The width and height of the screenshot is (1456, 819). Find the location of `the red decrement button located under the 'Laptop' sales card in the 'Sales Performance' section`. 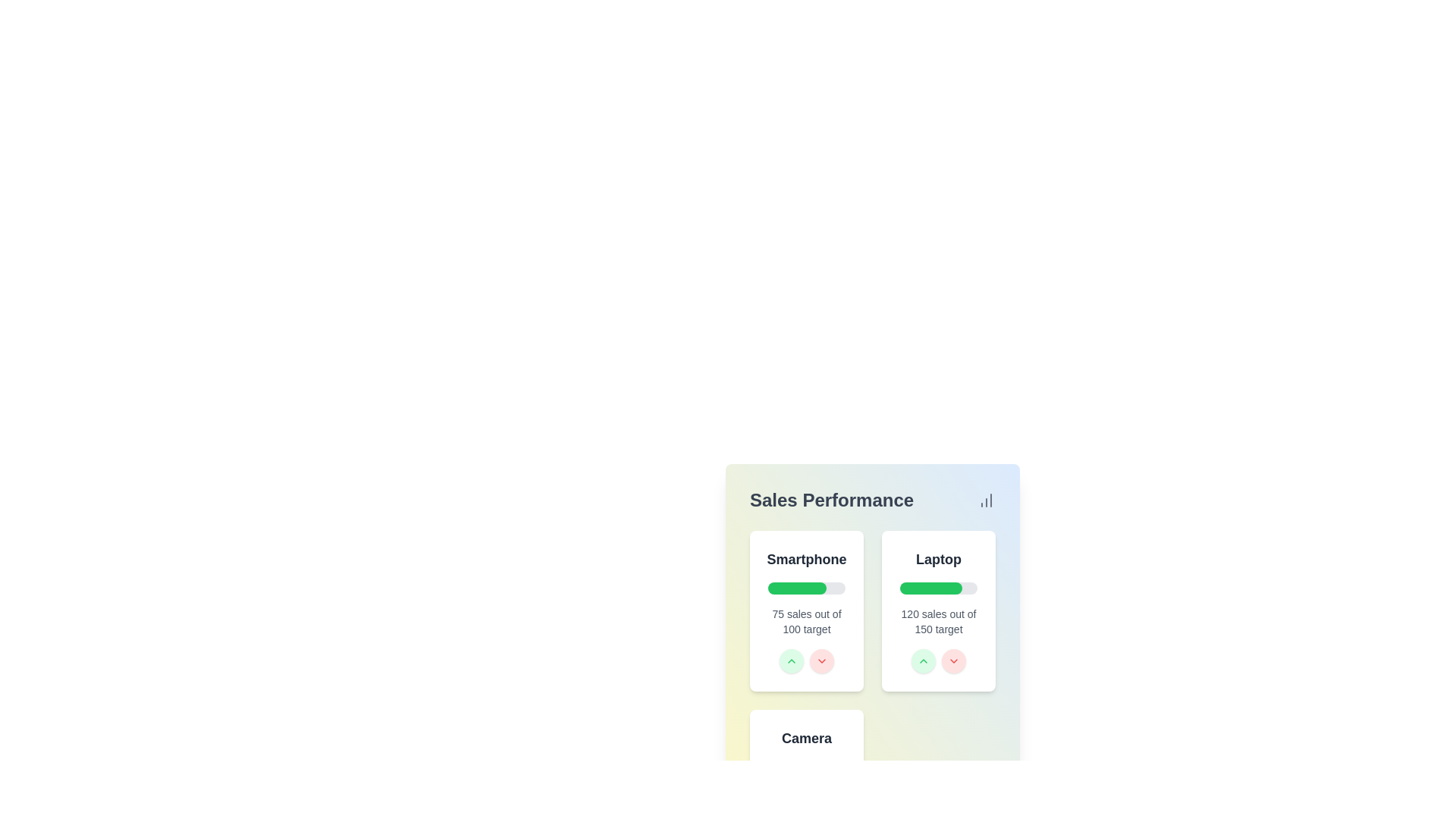

the red decrement button located under the 'Laptop' sales card in the 'Sales Performance' section is located at coordinates (952, 660).